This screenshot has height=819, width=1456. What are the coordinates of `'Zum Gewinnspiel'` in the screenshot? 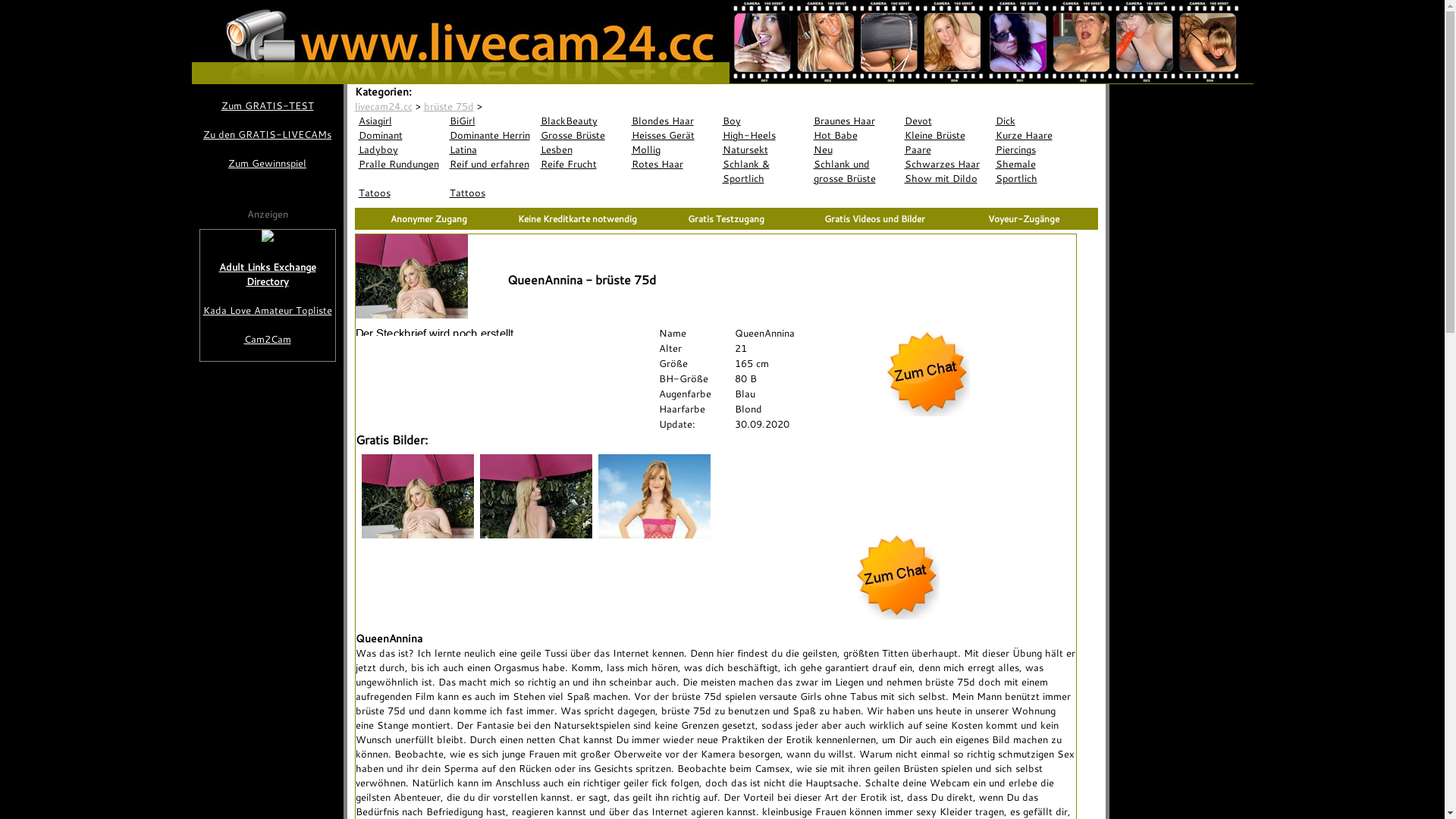 It's located at (266, 163).